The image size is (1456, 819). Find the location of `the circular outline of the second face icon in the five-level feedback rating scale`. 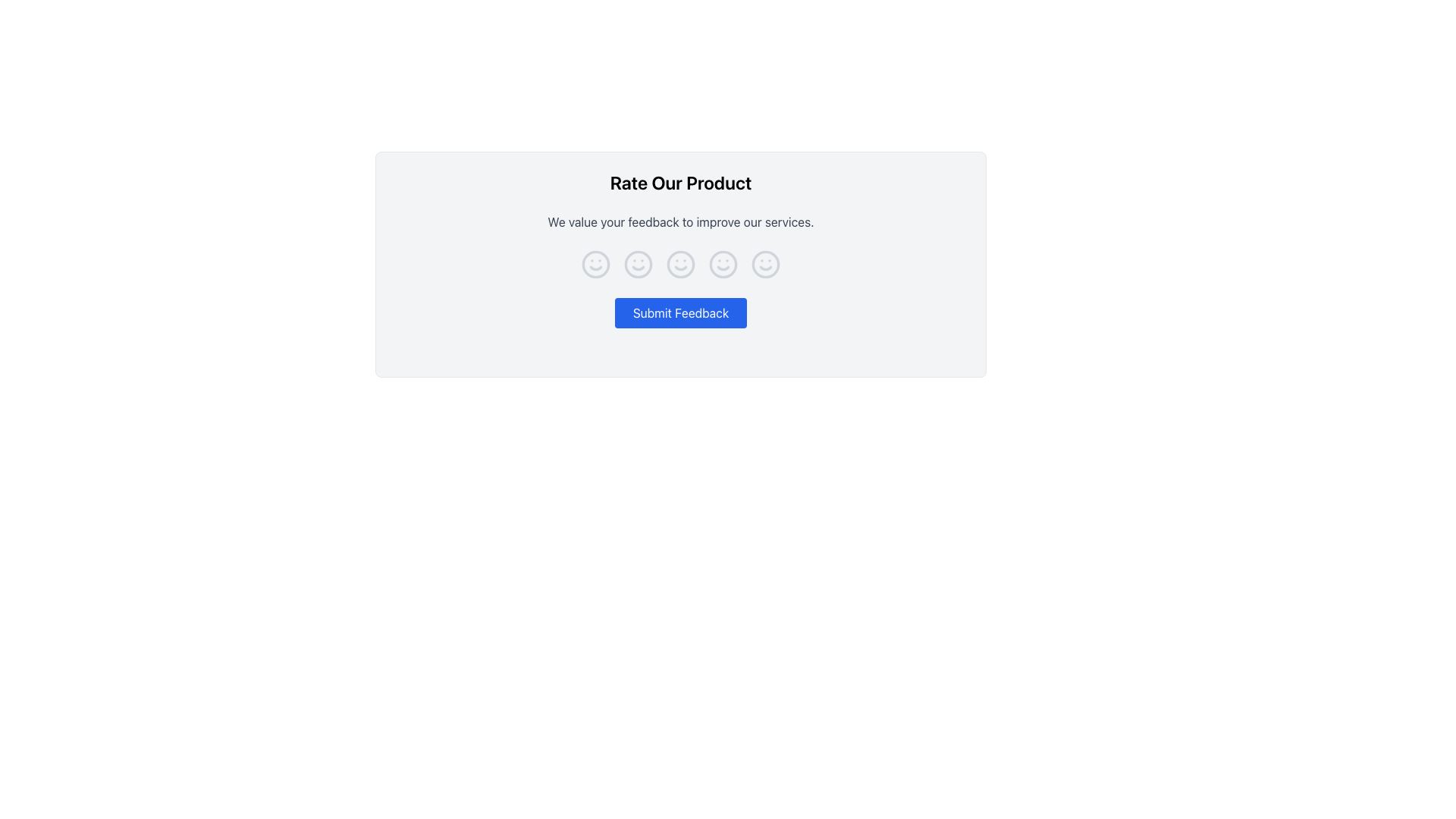

the circular outline of the second face icon in the five-level feedback rating scale is located at coordinates (679, 263).